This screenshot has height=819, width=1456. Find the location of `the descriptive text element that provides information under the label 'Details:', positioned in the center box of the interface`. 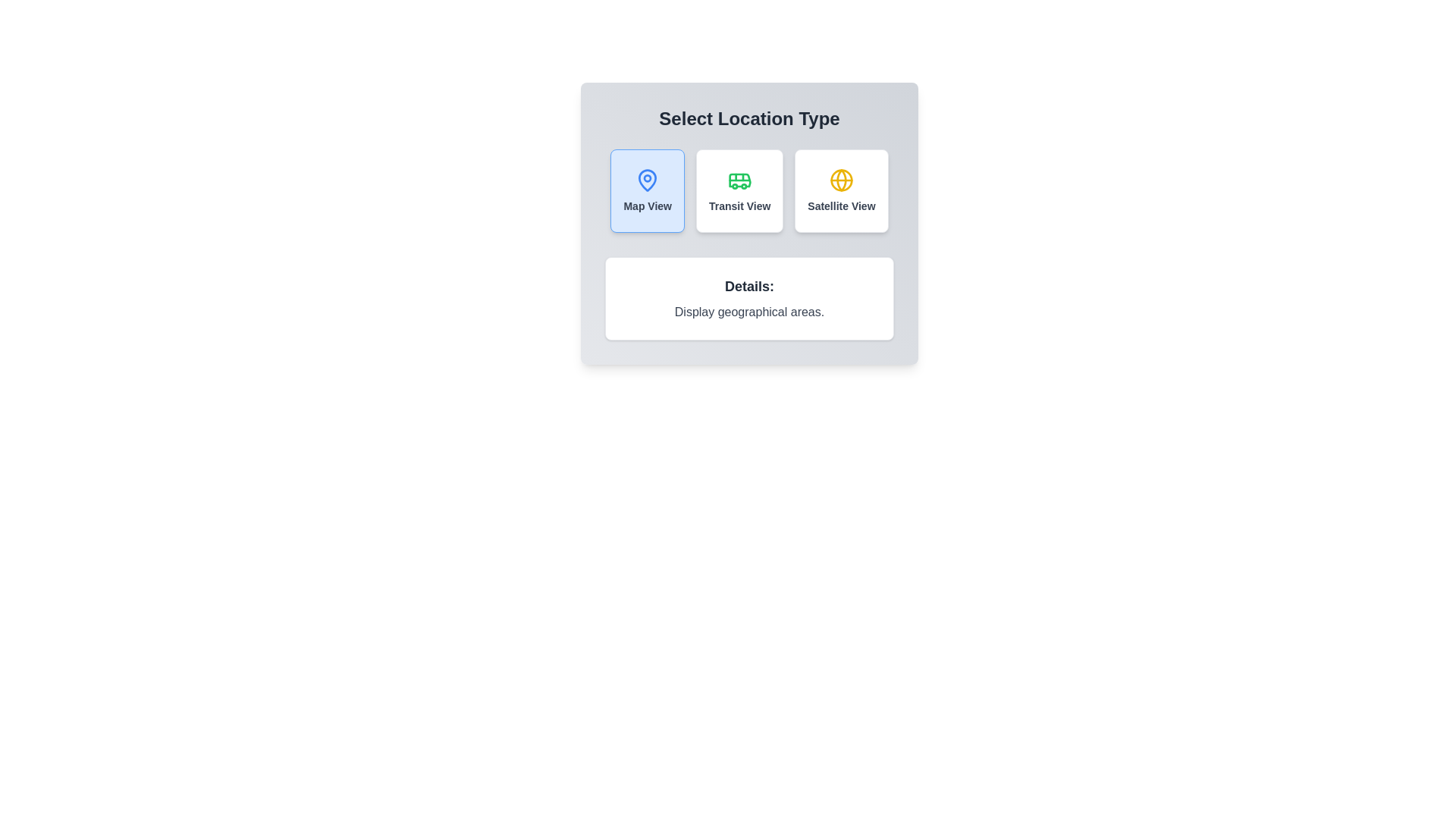

the descriptive text element that provides information under the label 'Details:', positioned in the center box of the interface is located at coordinates (749, 312).